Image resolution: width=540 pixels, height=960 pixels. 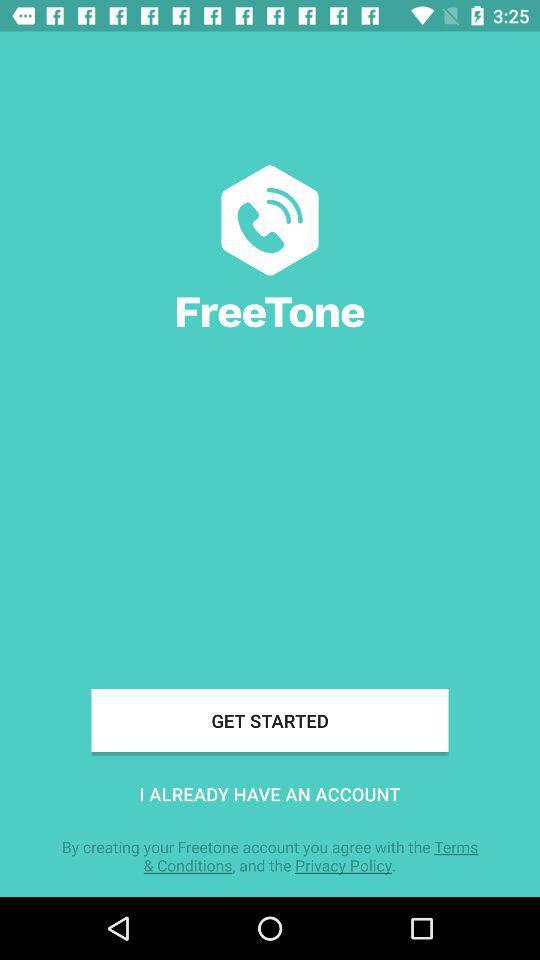 I want to click on the item below i already have item, so click(x=270, y=855).